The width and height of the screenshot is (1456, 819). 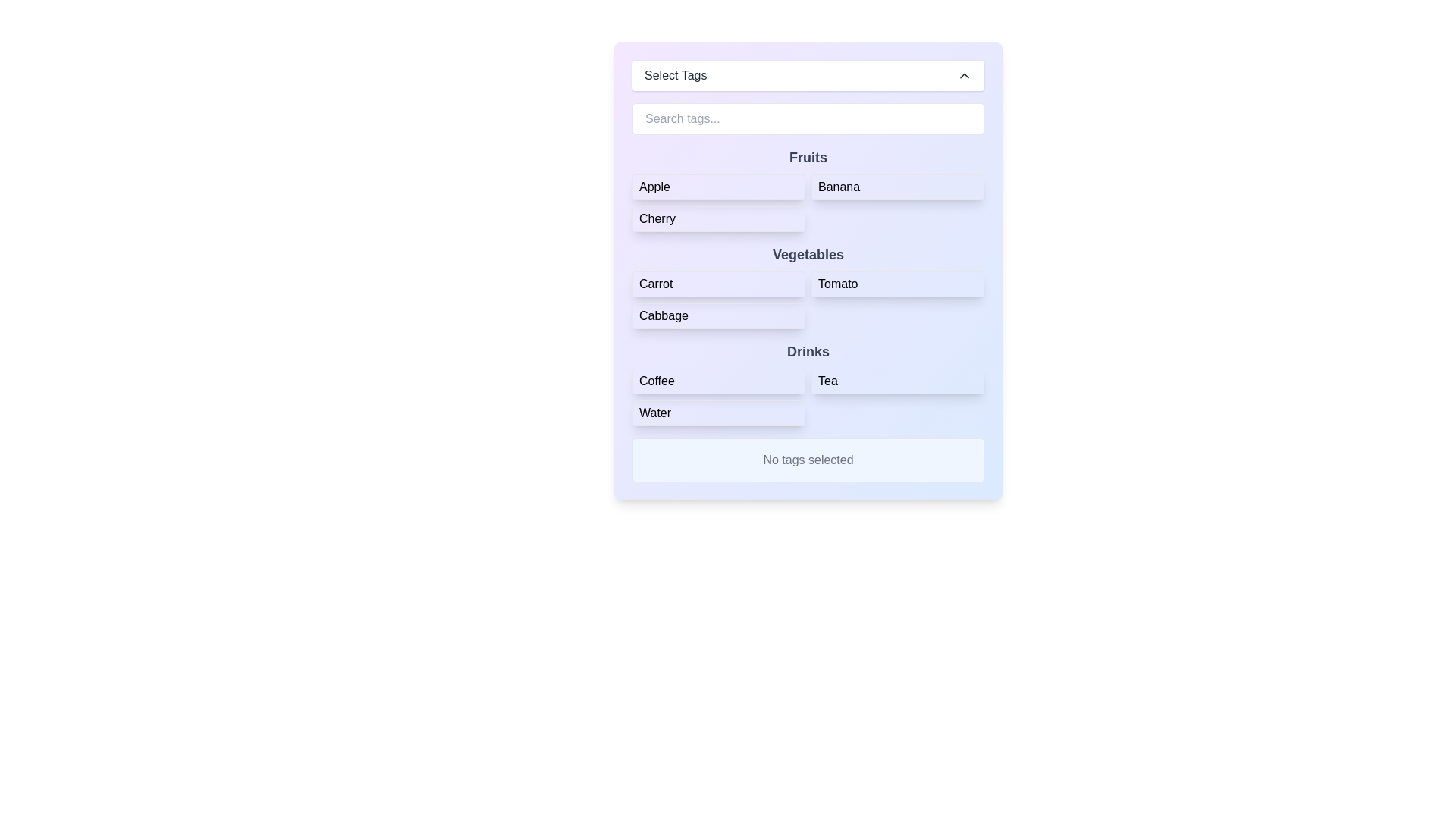 What do you see at coordinates (718, 380) in the screenshot?
I see `the 'Coffee' button located in the 'Drinks' section` at bounding box center [718, 380].